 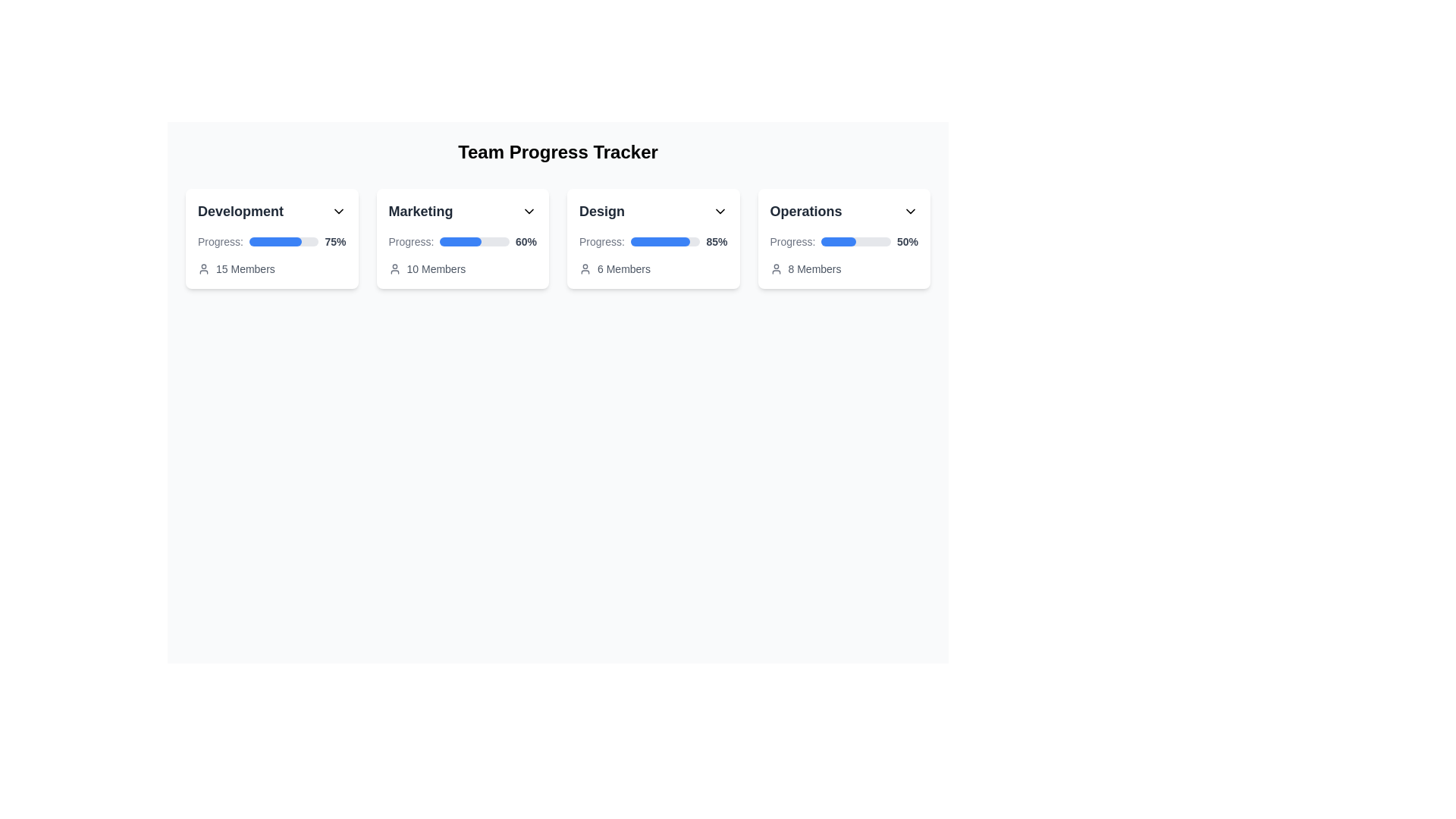 I want to click on the Progress bar that indicates 60% completion in the Marketing task, located between the 'Progress:' label and the '60%' percentage value, so click(x=474, y=241).